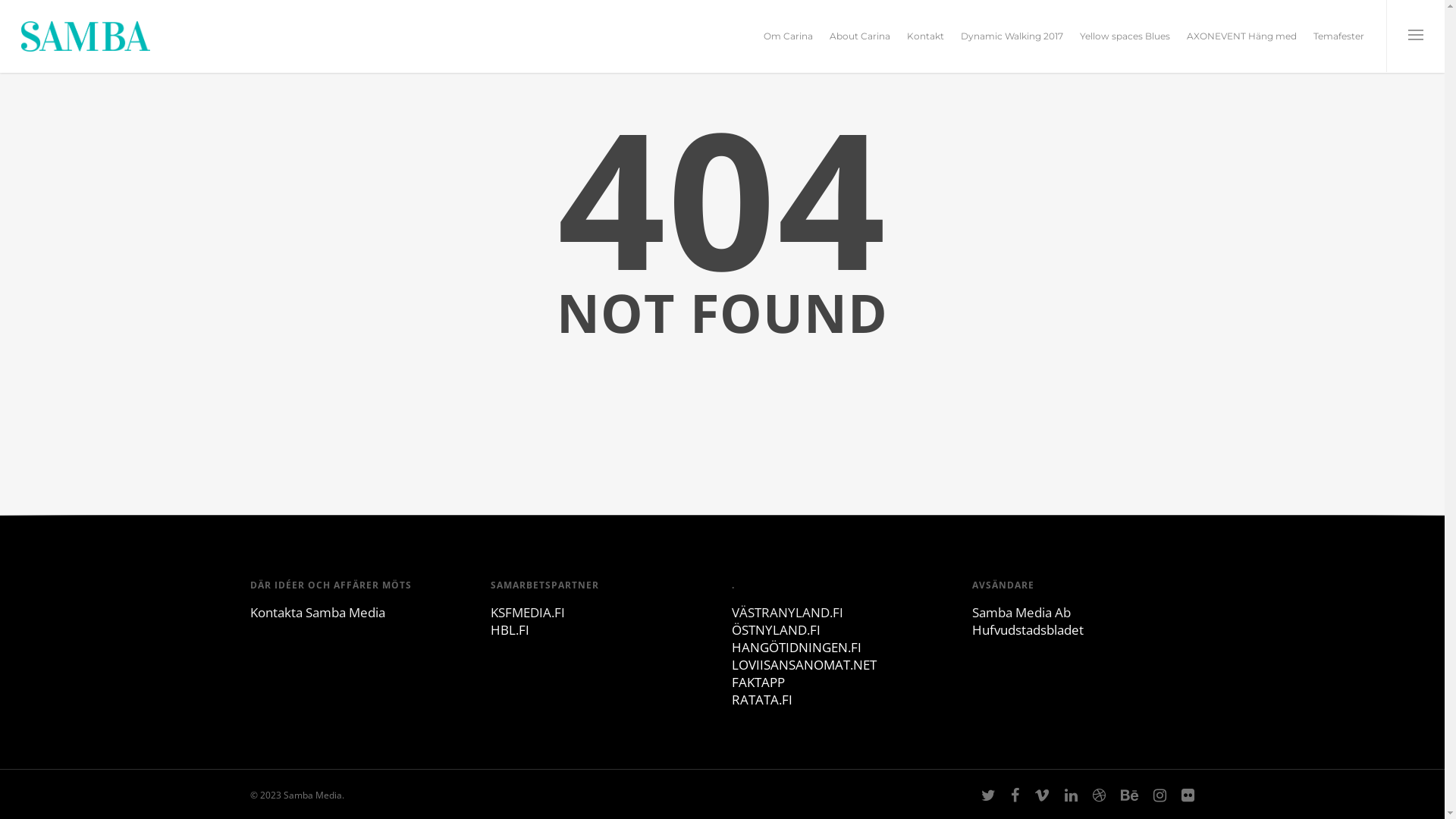  Describe the element at coordinates (1021, 611) in the screenshot. I see `'Samba Media Ab'` at that location.